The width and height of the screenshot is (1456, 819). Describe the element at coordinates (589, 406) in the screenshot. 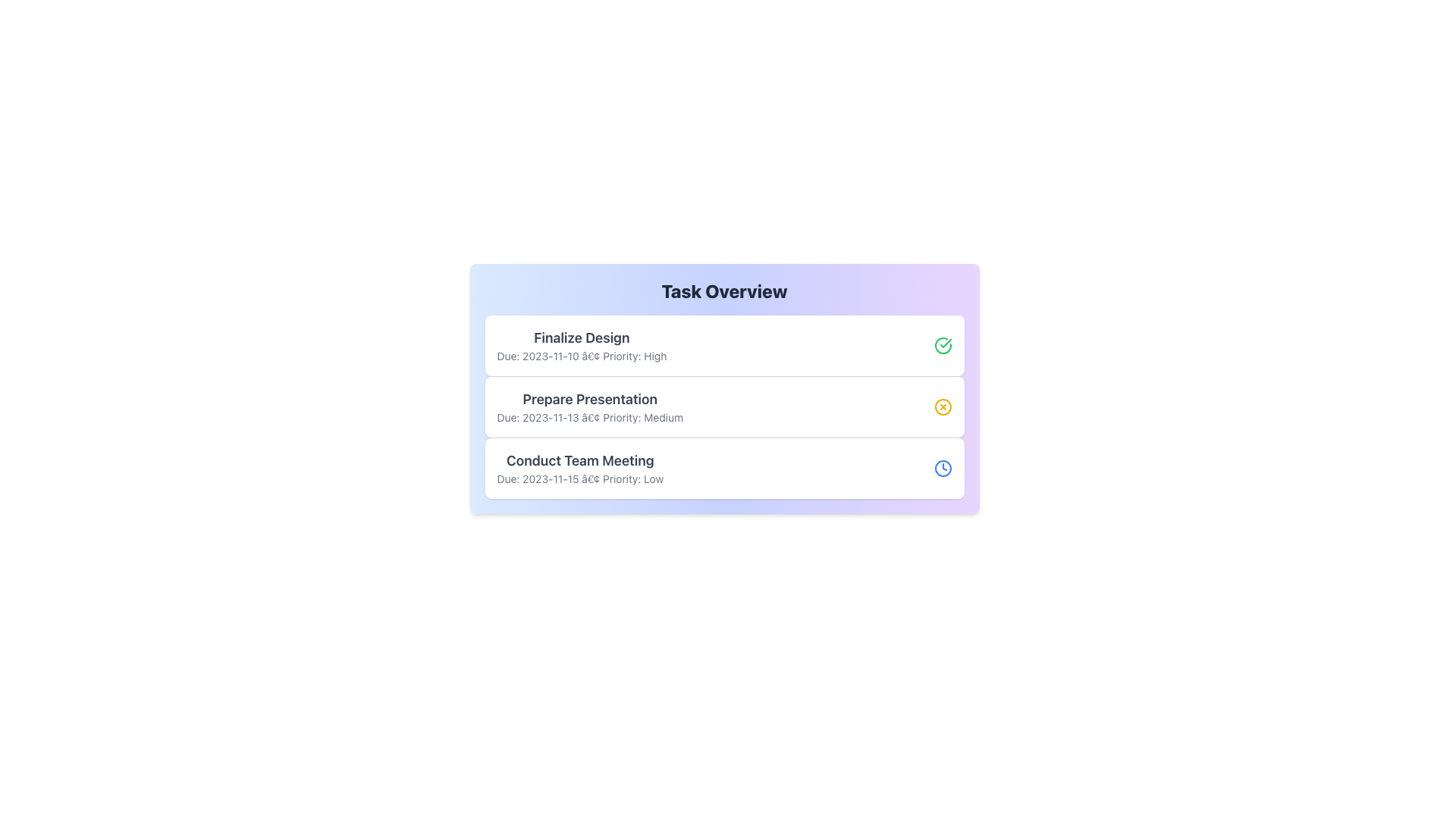

I see `the second list item in the task management interface that contains the task's title, due date, and priority level` at that location.